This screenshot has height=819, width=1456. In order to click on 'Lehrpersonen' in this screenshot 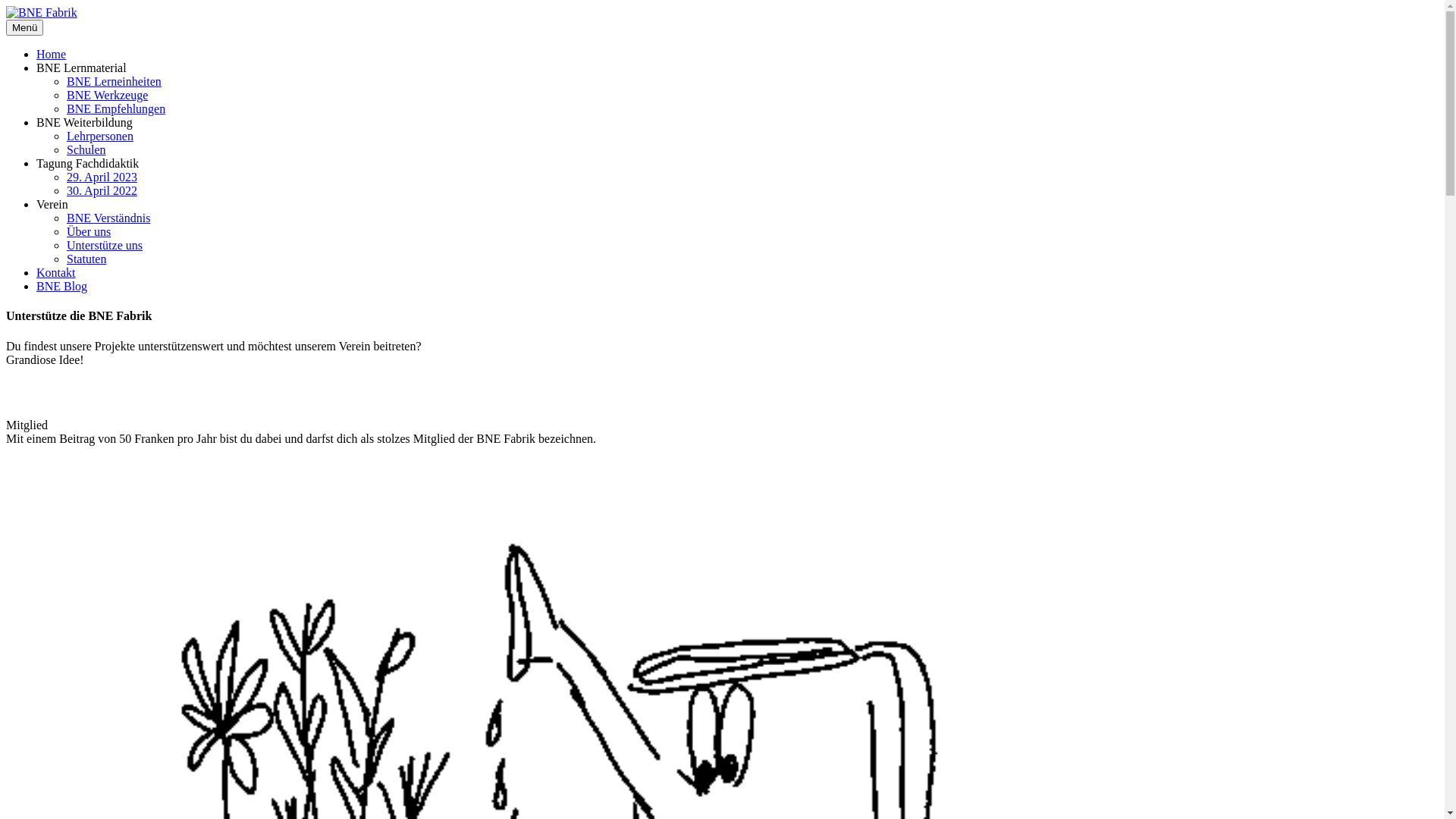, I will do `click(99, 135)`.